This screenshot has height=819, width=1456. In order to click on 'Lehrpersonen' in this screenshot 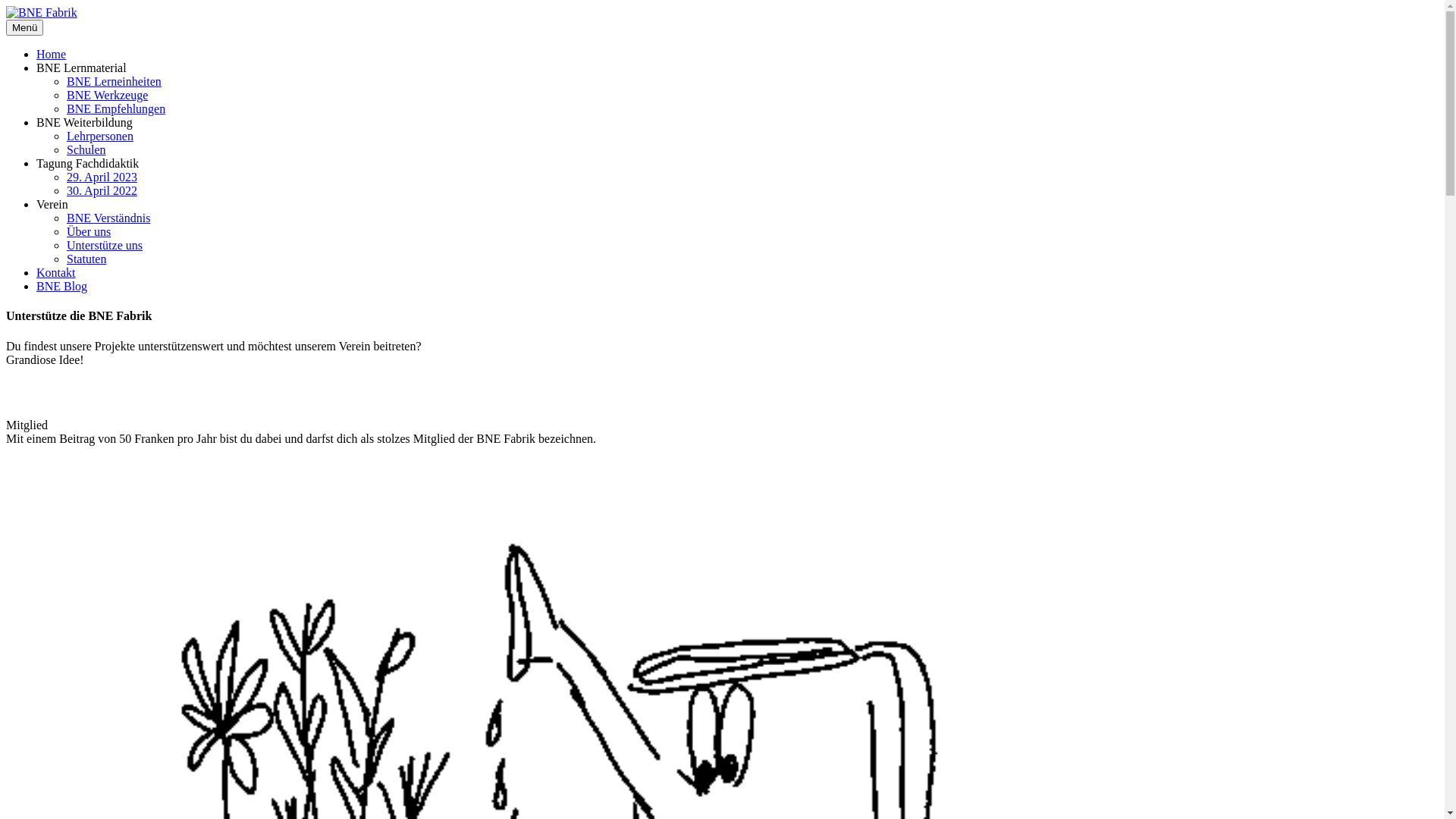, I will do `click(99, 135)`.